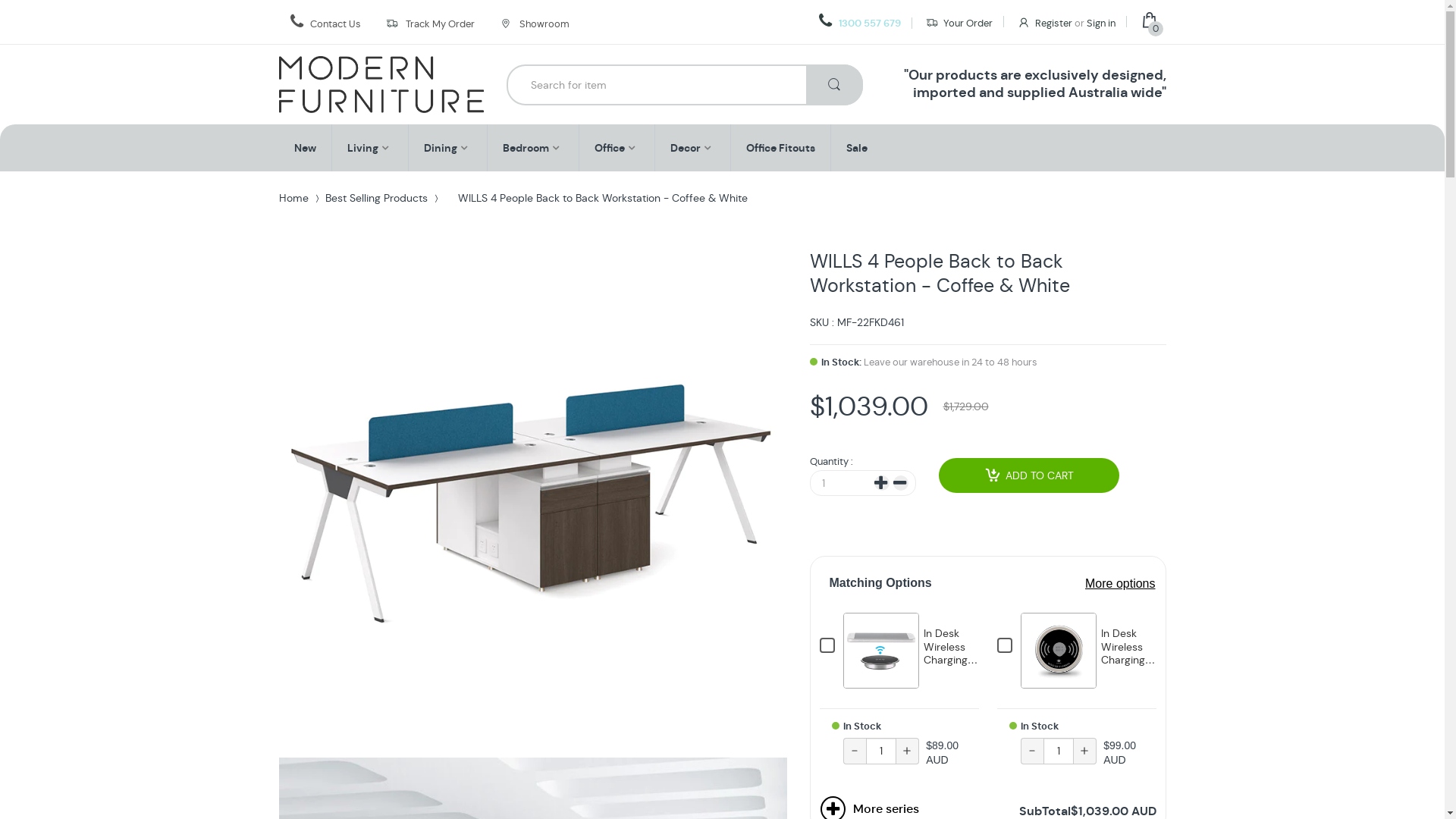 The height and width of the screenshot is (819, 1456). I want to click on 'Office Fitouts', so click(745, 148).